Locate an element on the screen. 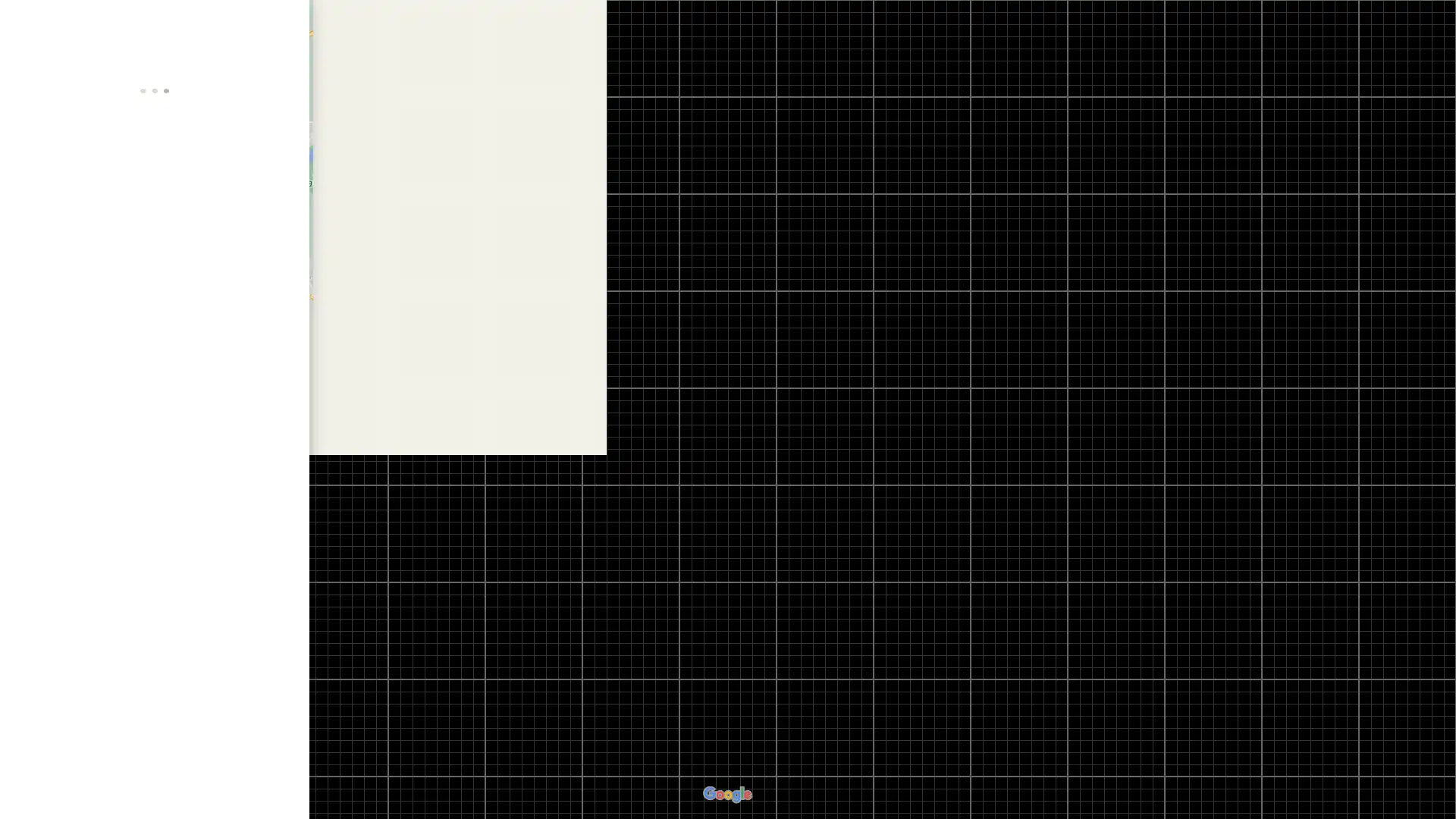 This screenshot has height=819, width=1456. Copy address is located at coordinates (284, 369).